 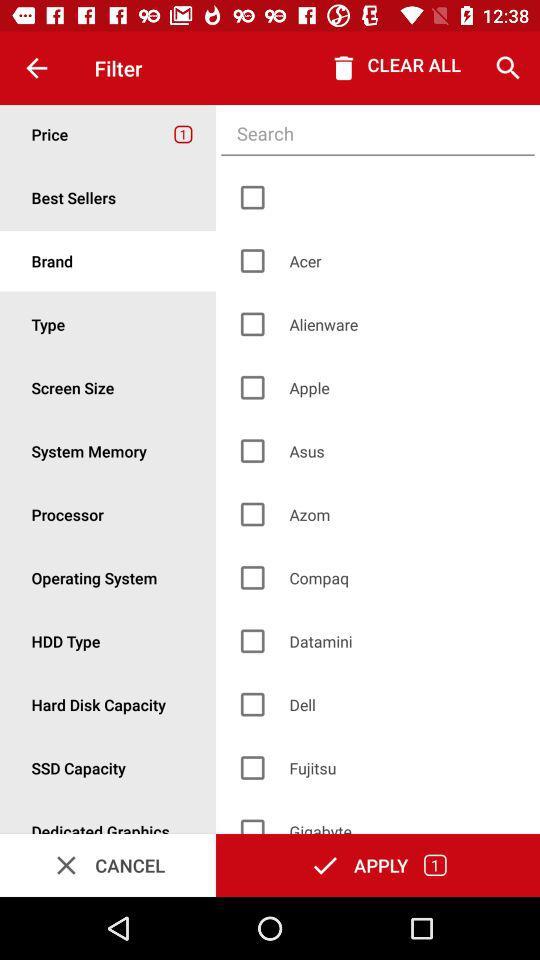 What do you see at coordinates (108, 767) in the screenshot?
I see `the more icon` at bounding box center [108, 767].